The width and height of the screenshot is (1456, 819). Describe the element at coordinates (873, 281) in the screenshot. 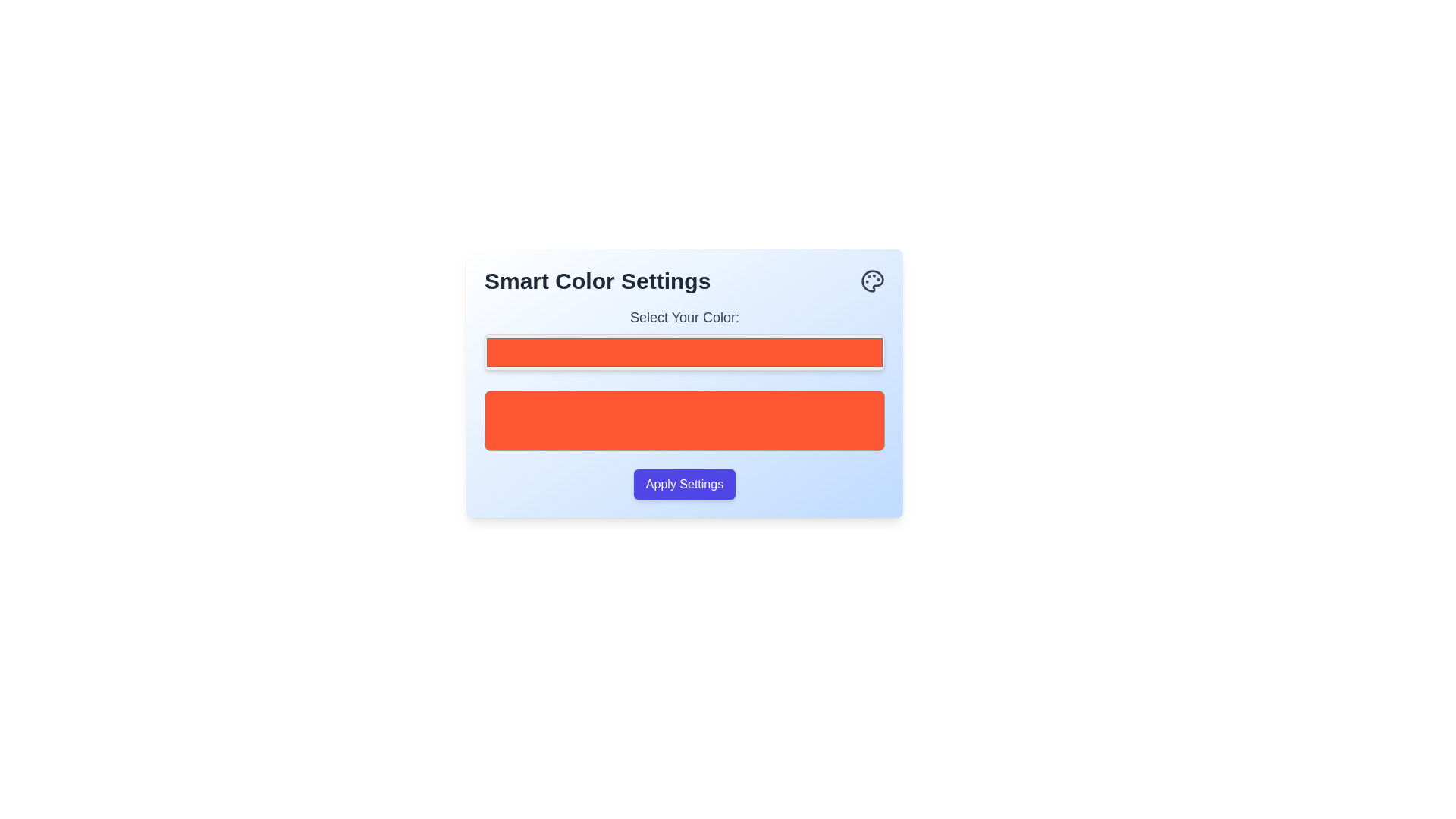

I see `the icon located at the top-right corner of the 'Smart Color Settings' section` at that location.